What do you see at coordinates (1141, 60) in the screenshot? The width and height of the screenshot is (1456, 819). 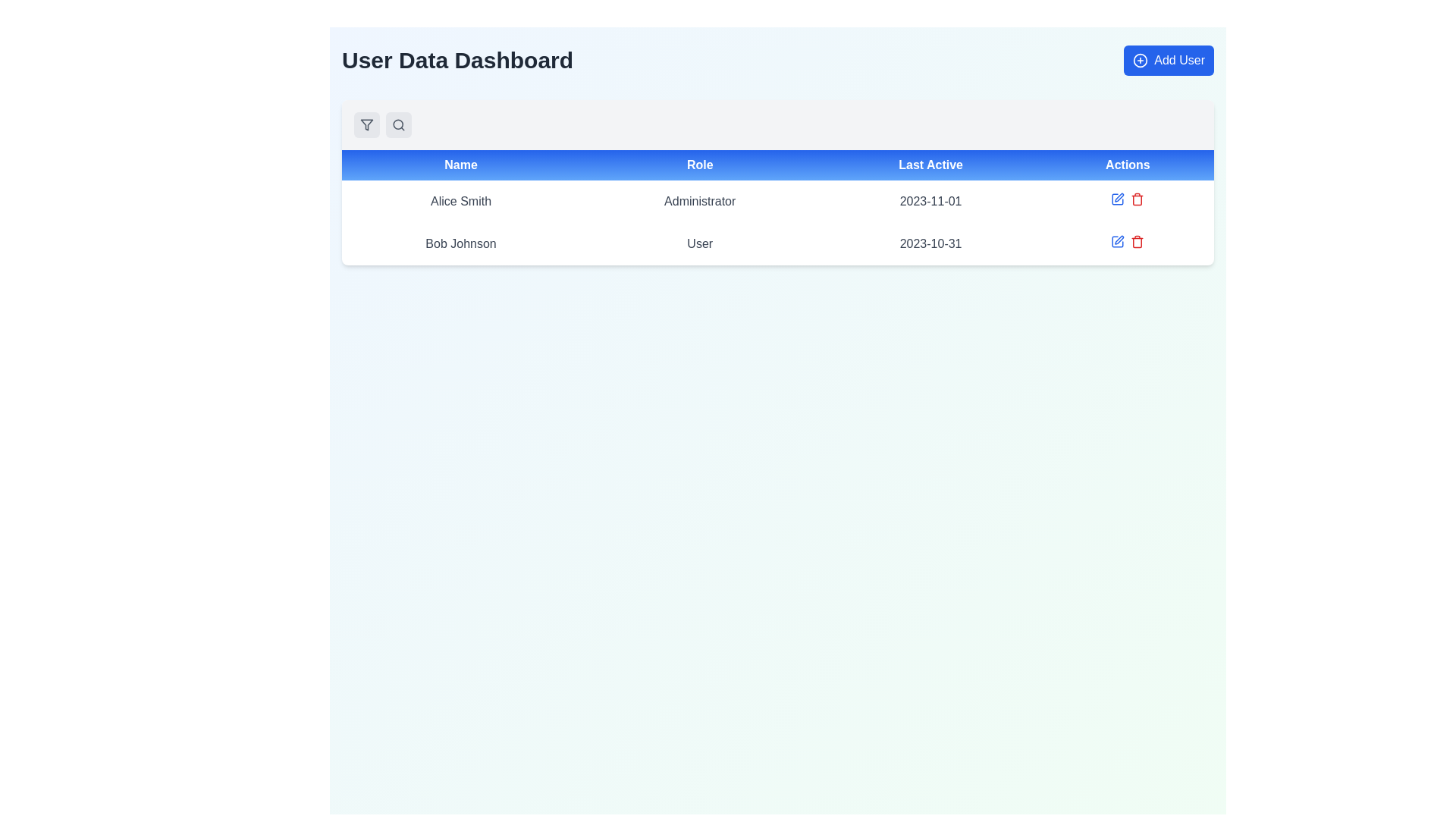 I see `the graphical SVG circle that is part of the '+' icon for accessibility purposes, located near the 'Add User' button in the top right section of the interface` at bounding box center [1141, 60].